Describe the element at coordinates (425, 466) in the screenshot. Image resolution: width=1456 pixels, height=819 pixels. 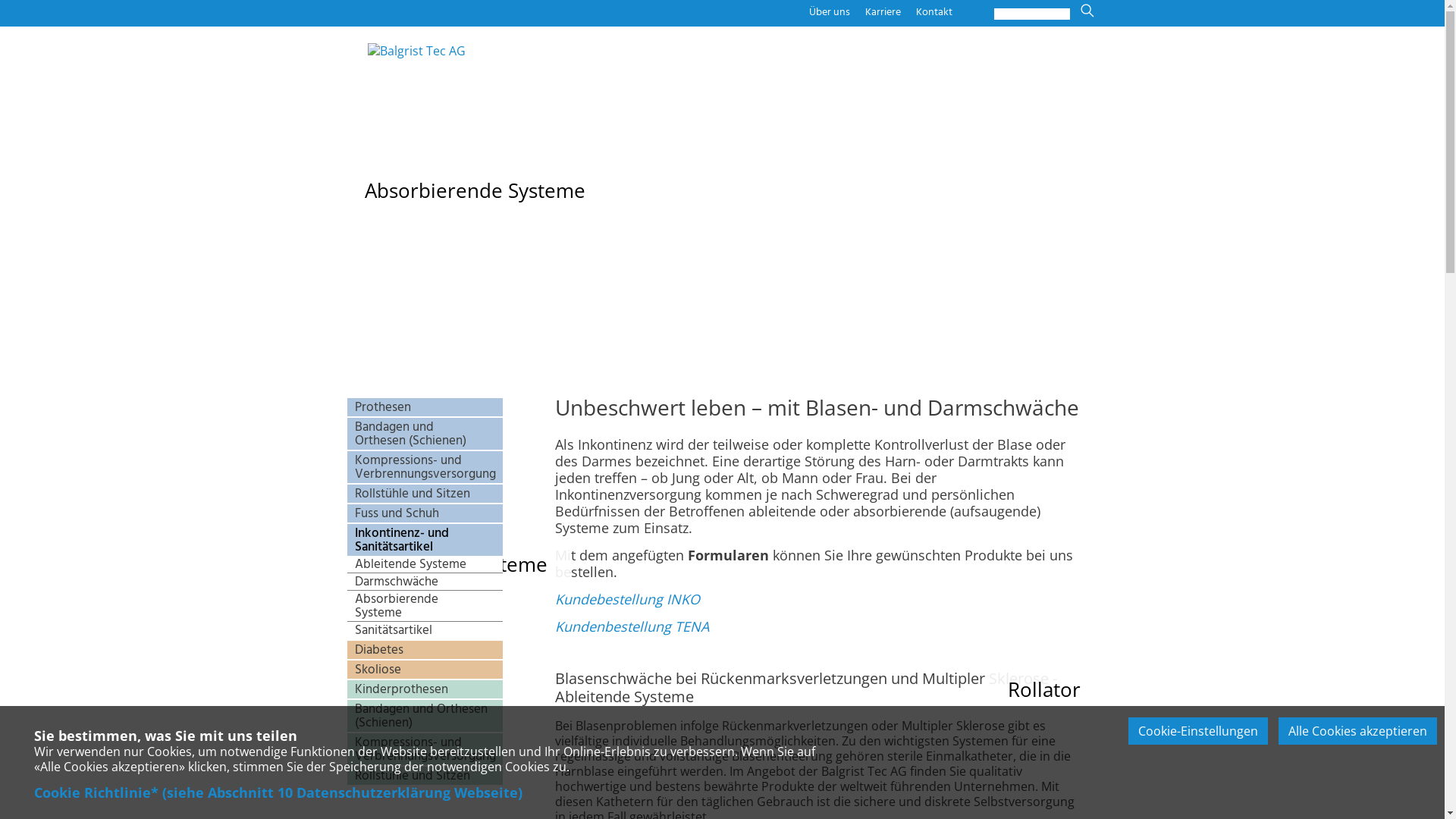
I see `'Kompressions- und` at that location.